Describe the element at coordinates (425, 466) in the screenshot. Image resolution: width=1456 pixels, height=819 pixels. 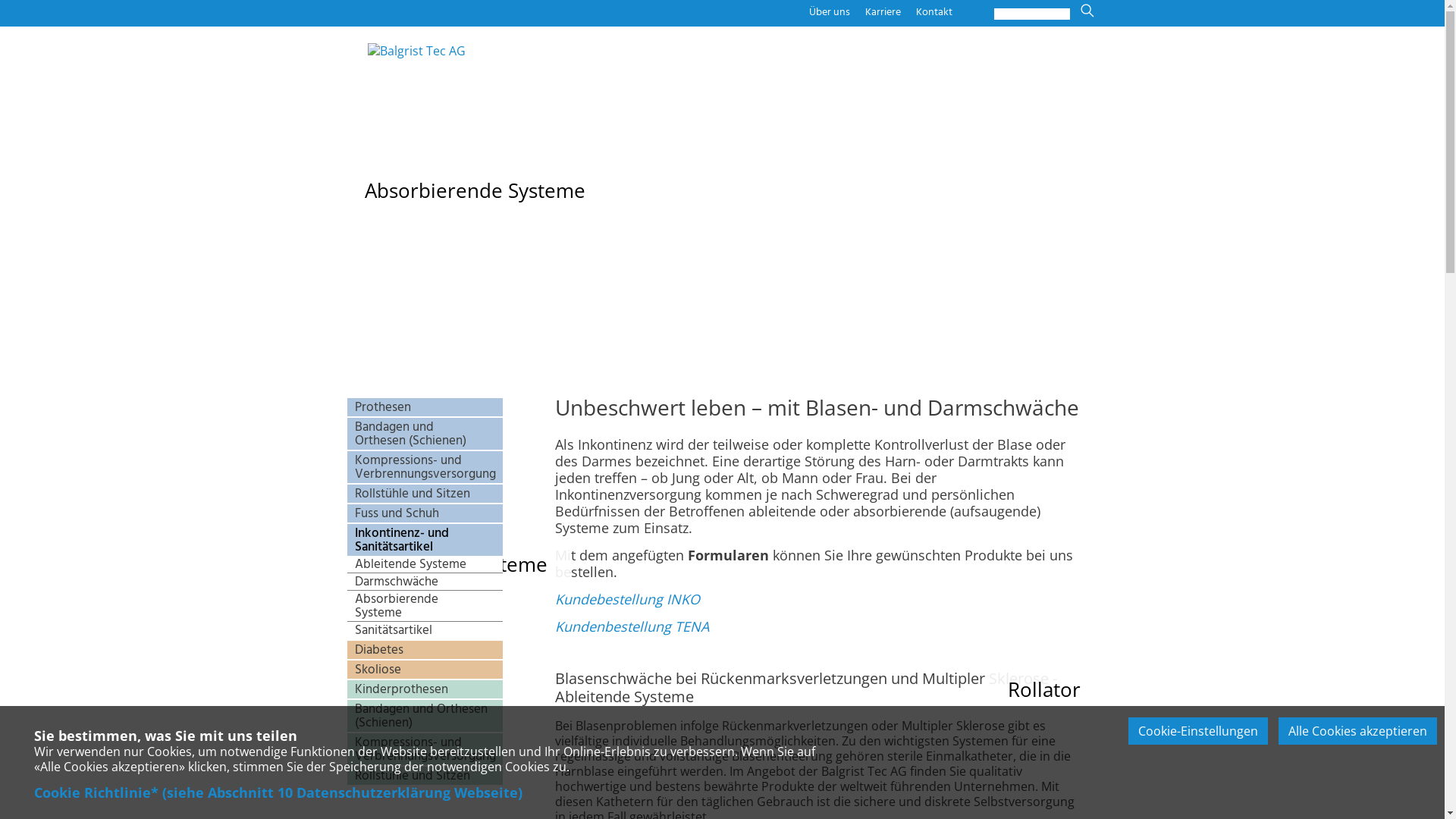
I see `'Kompressions- und` at that location.